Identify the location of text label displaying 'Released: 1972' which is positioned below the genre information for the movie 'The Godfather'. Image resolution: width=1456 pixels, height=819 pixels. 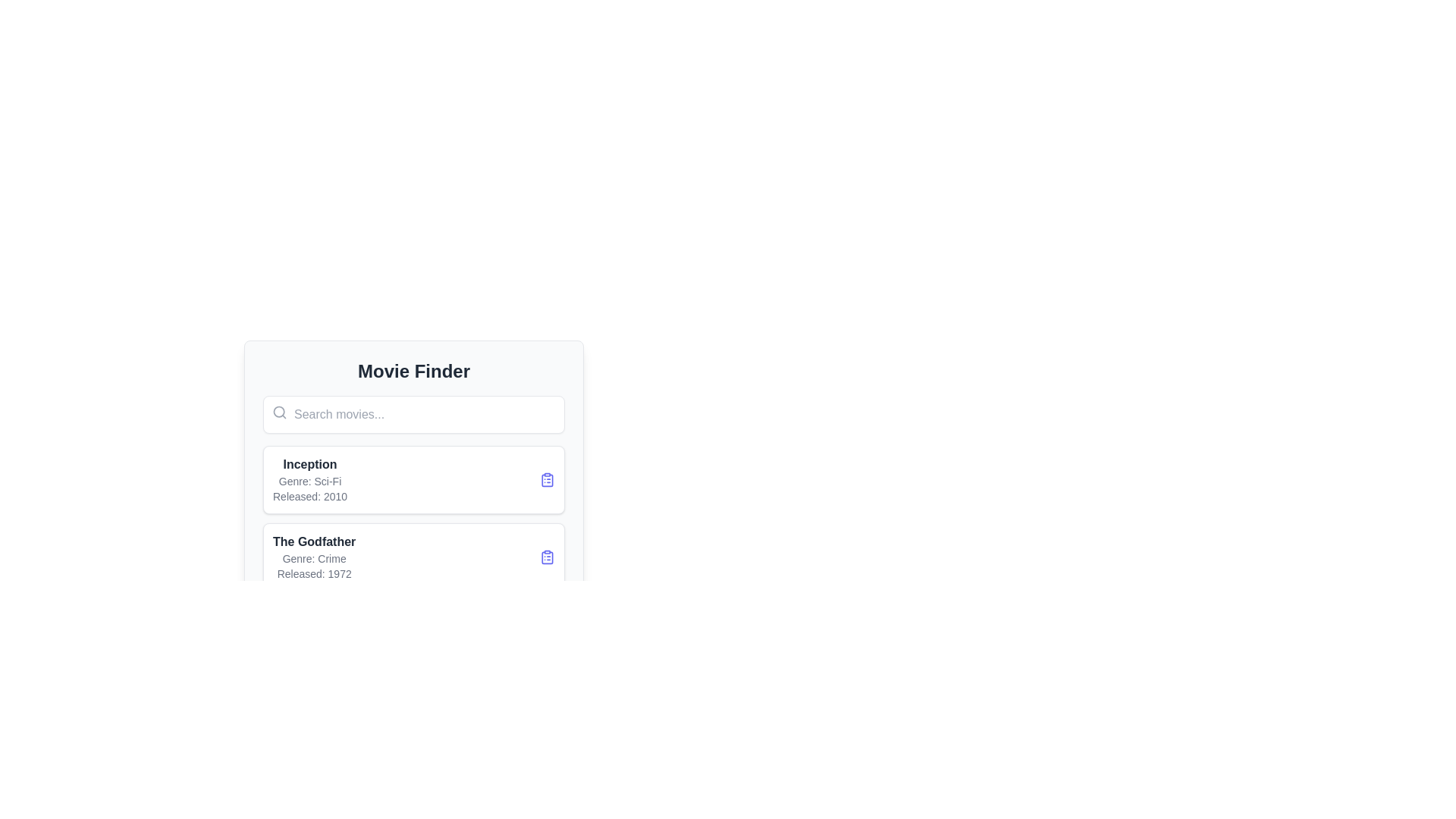
(313, 573).